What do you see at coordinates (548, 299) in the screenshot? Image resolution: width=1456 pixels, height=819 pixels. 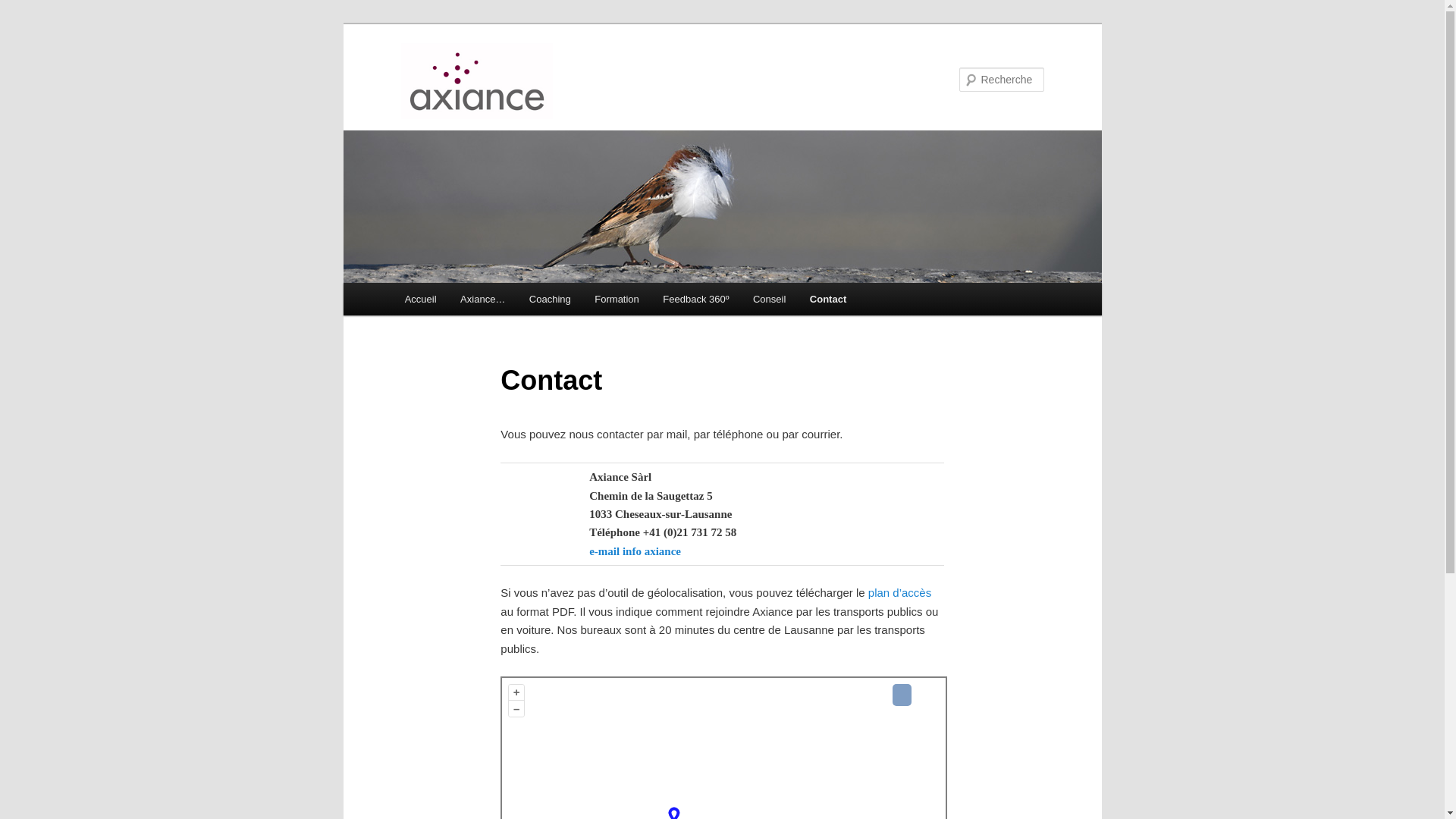 I see `'Coaching'` at bounding box center [548, 299].